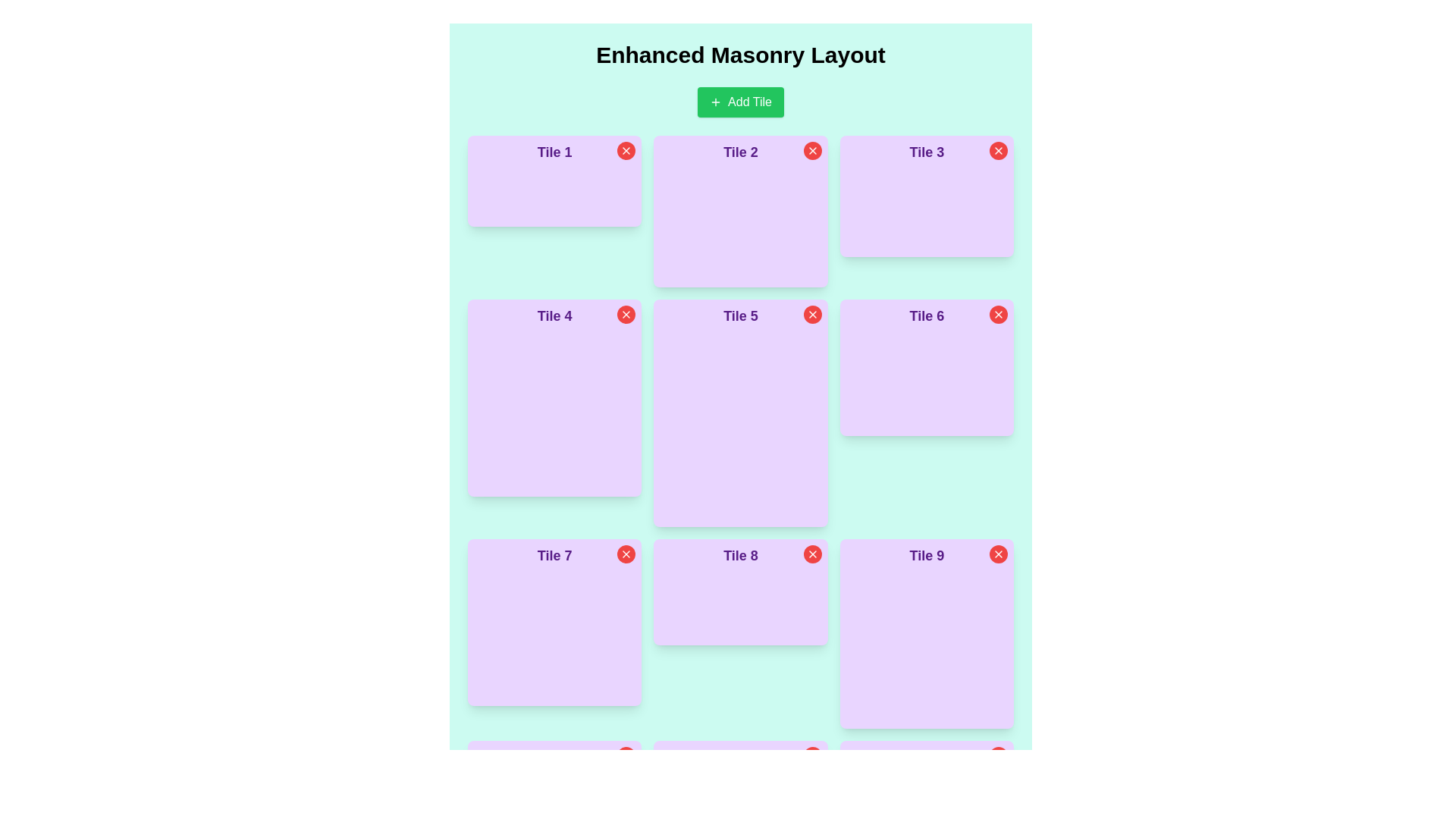  What do you see at coordinates (741, 102) in the screenshot?
I see `the green button located near the top center of the interface, below the 'Enhanced Masonry Layout' heading` at bounding box center [741, 102].